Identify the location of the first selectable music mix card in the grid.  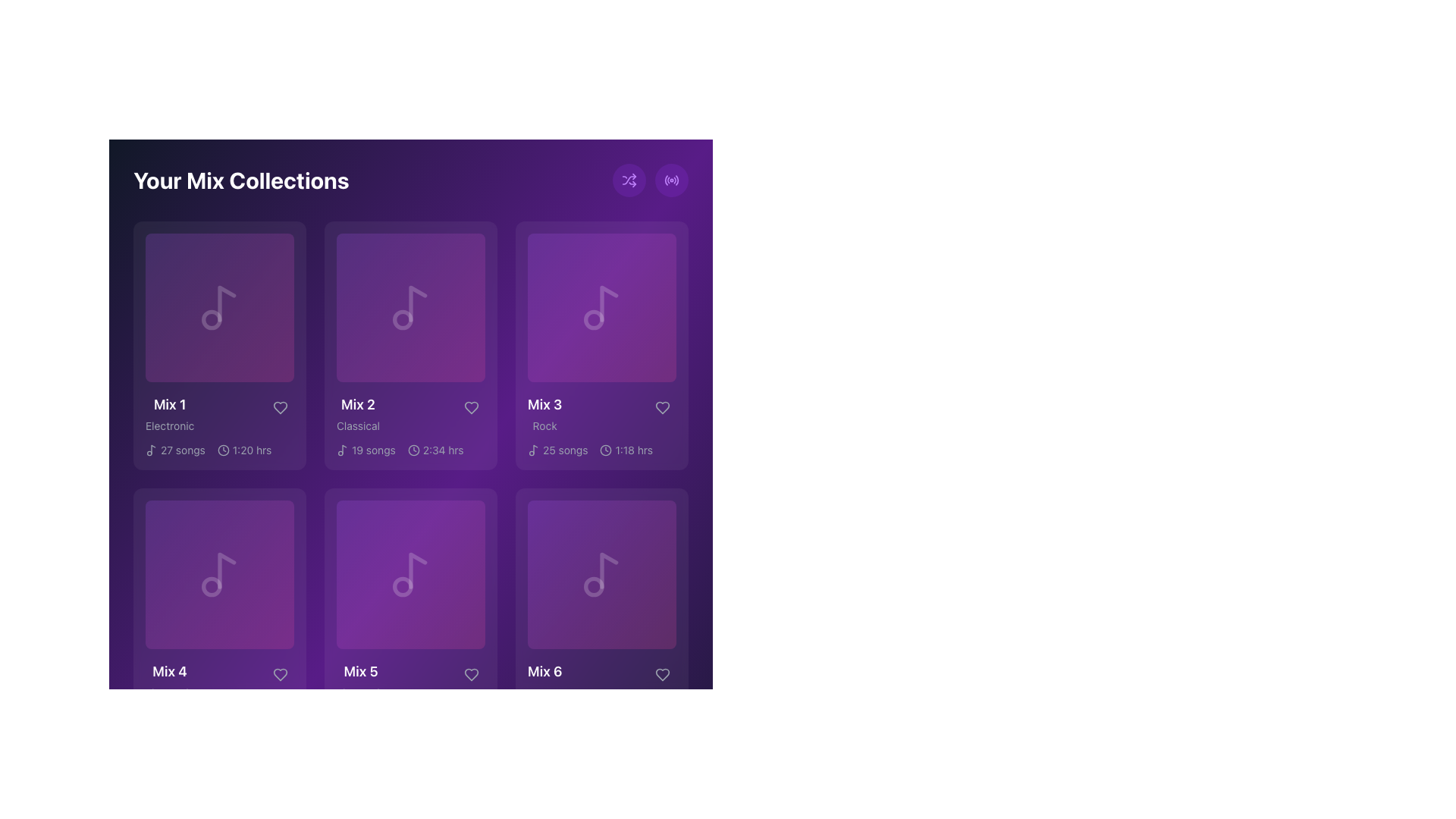
(218, 345).